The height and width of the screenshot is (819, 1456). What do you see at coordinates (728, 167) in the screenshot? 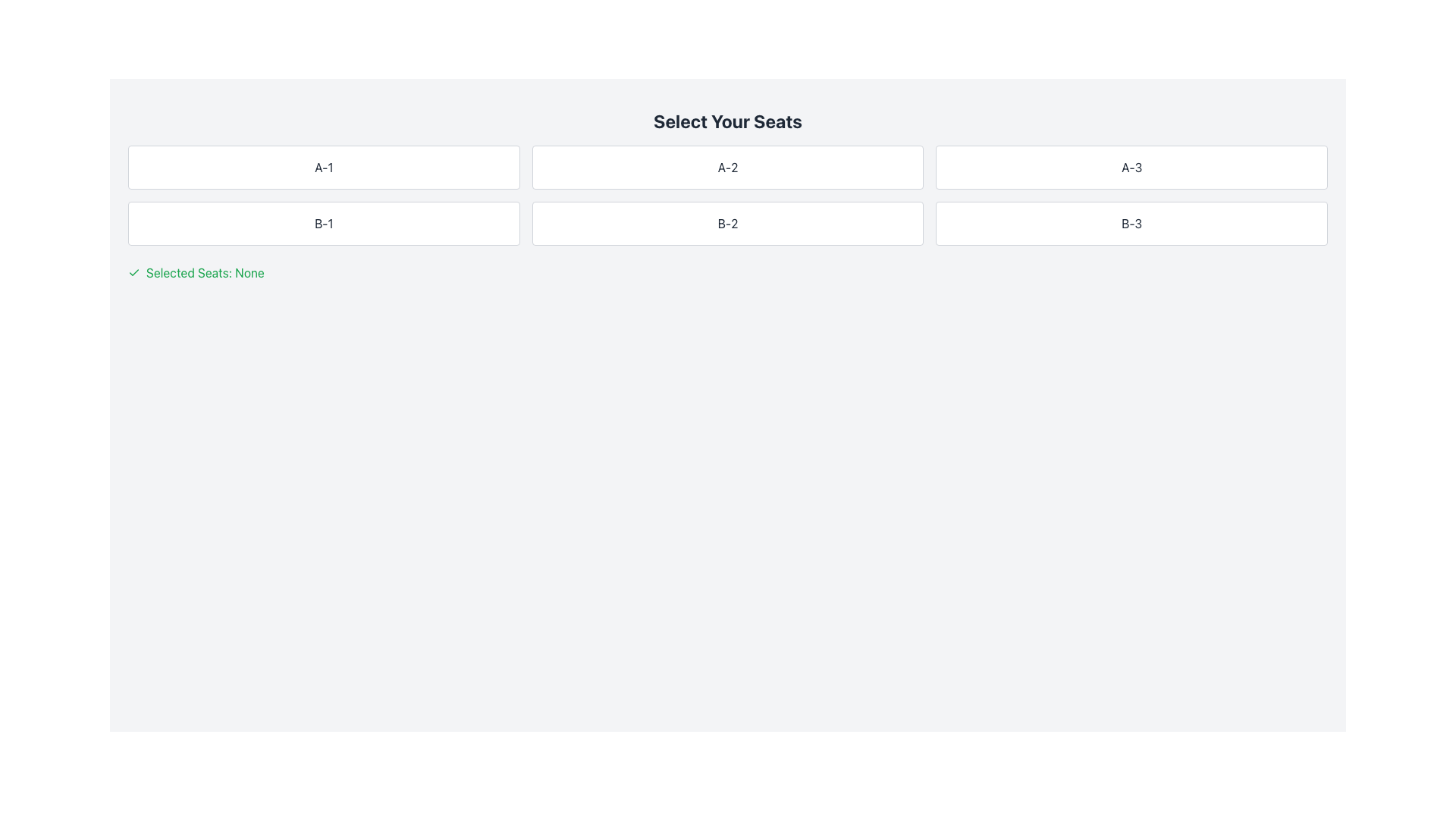
I see `the button labeled 'A-2' with a white background and dark bold text` at bounding box center [728, 167].